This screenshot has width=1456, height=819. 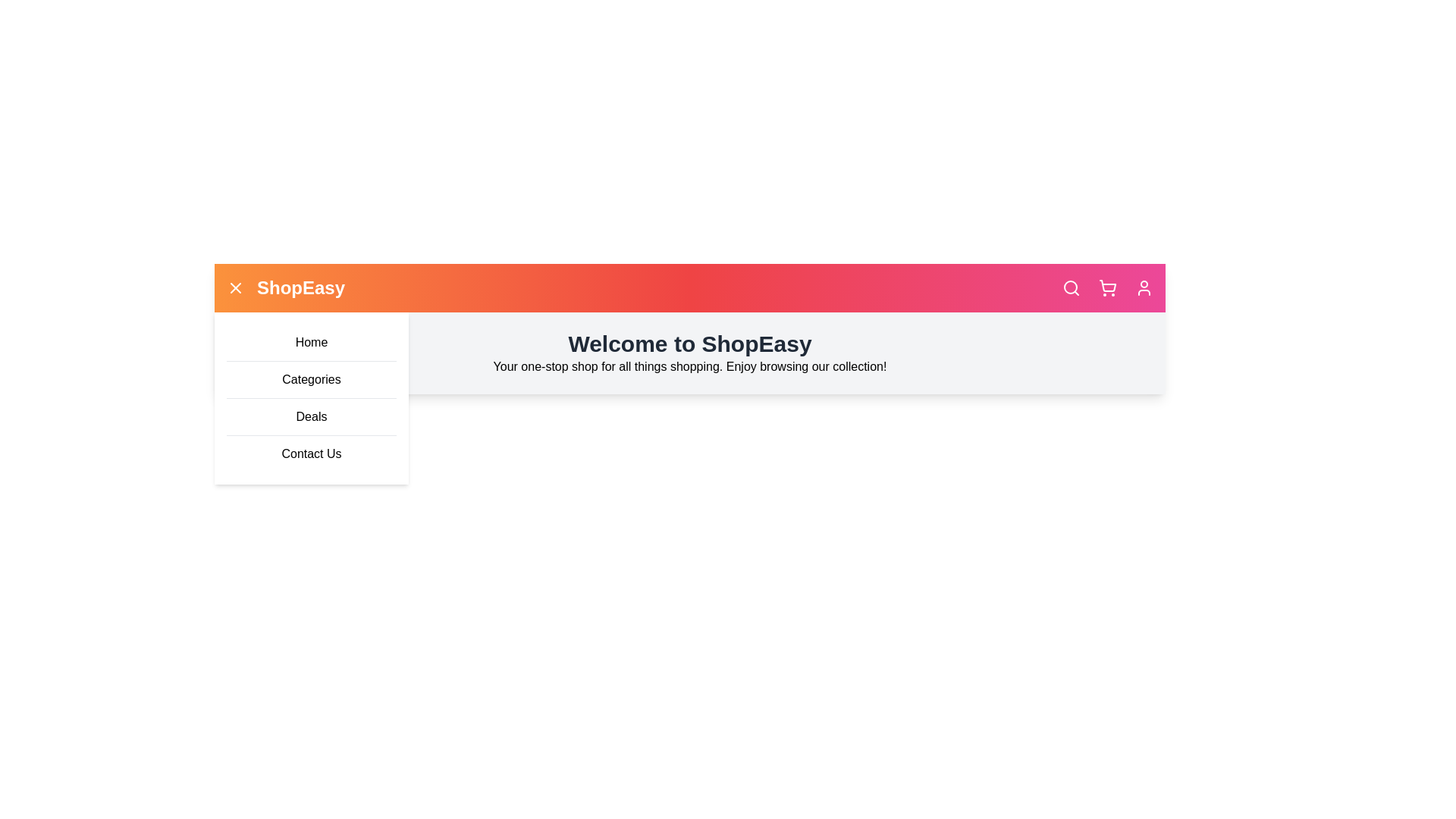 What do you see at coordinates (1070, 288) in the screenshot?
I see `the white magnifying glass icon button located in the upper right corner of the webpage` at bounding box center [1070, 288].